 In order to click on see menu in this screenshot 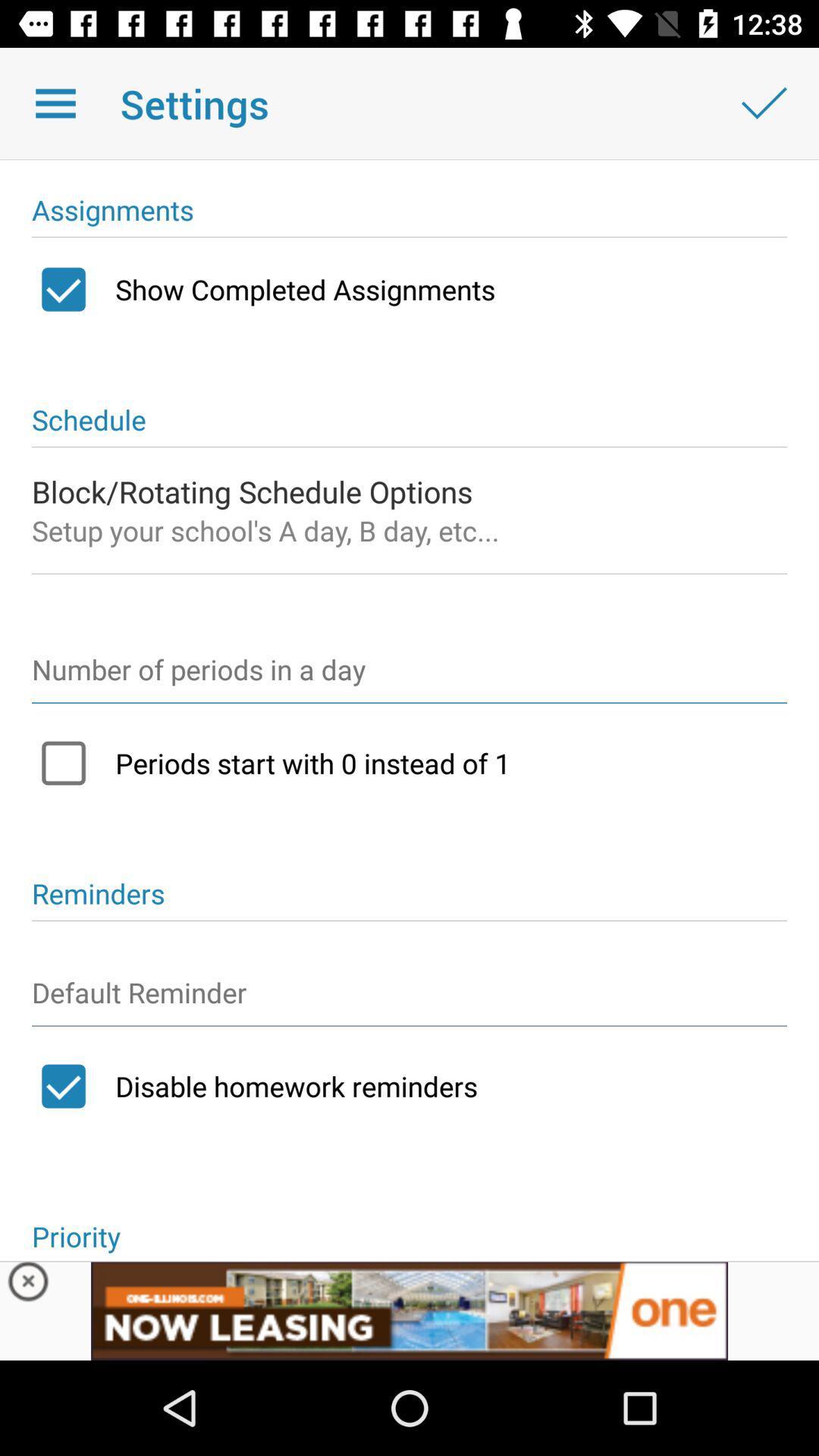, I will do `click(55, 102)`.